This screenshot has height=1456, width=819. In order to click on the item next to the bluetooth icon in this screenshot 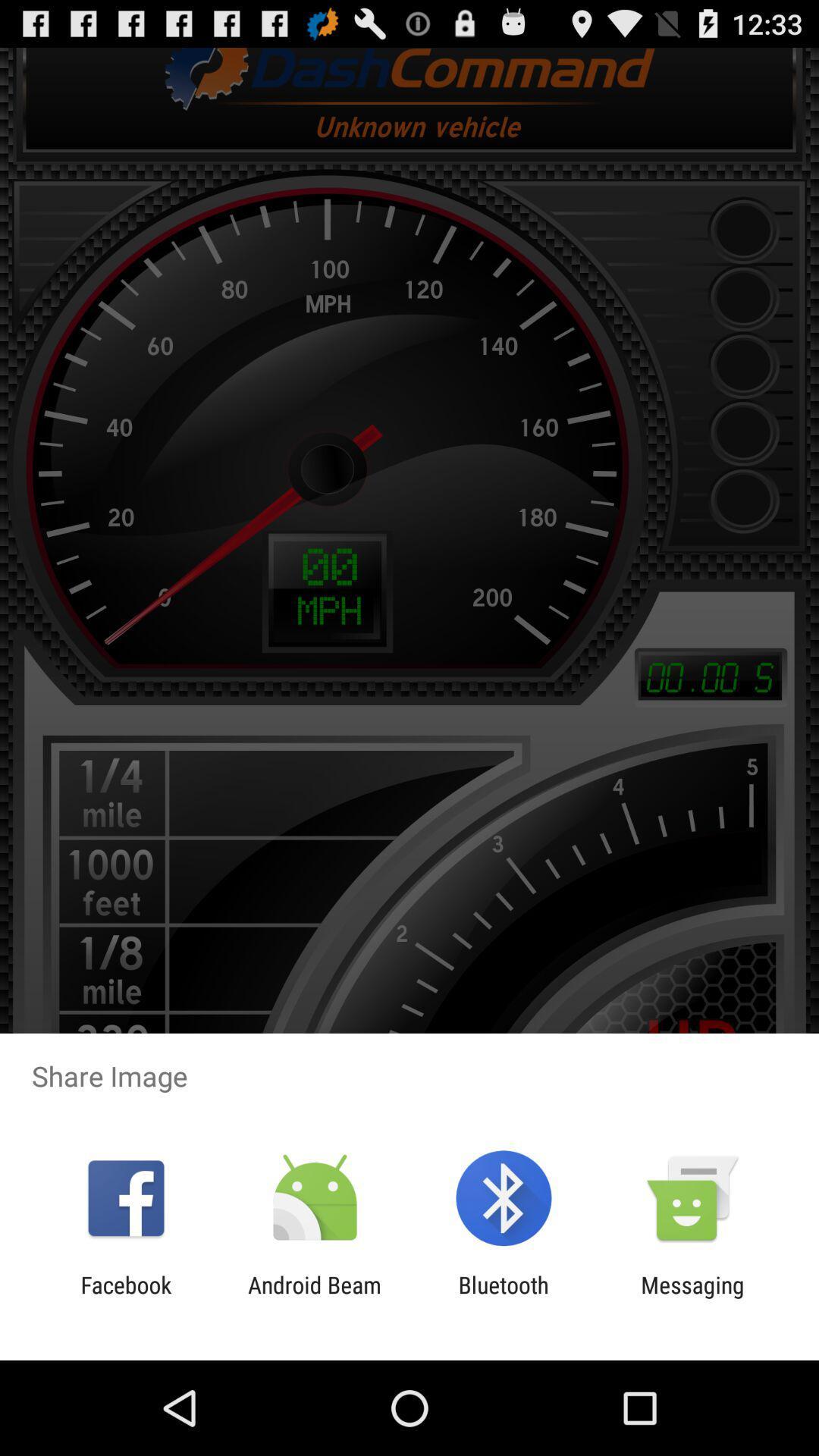, I will do `click(692, 1298)`.